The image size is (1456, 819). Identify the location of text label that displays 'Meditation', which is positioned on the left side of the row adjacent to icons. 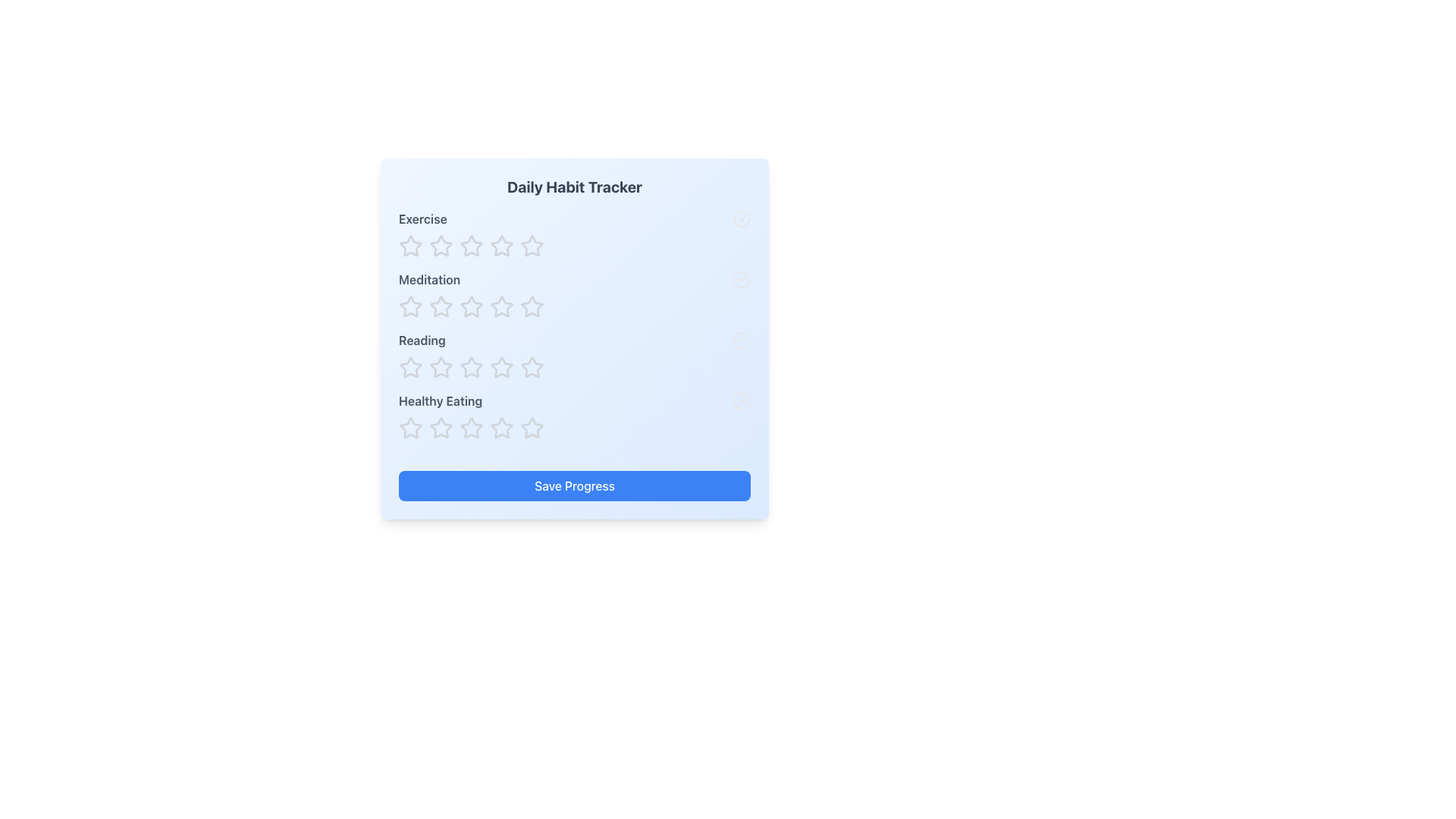
(428, 280).